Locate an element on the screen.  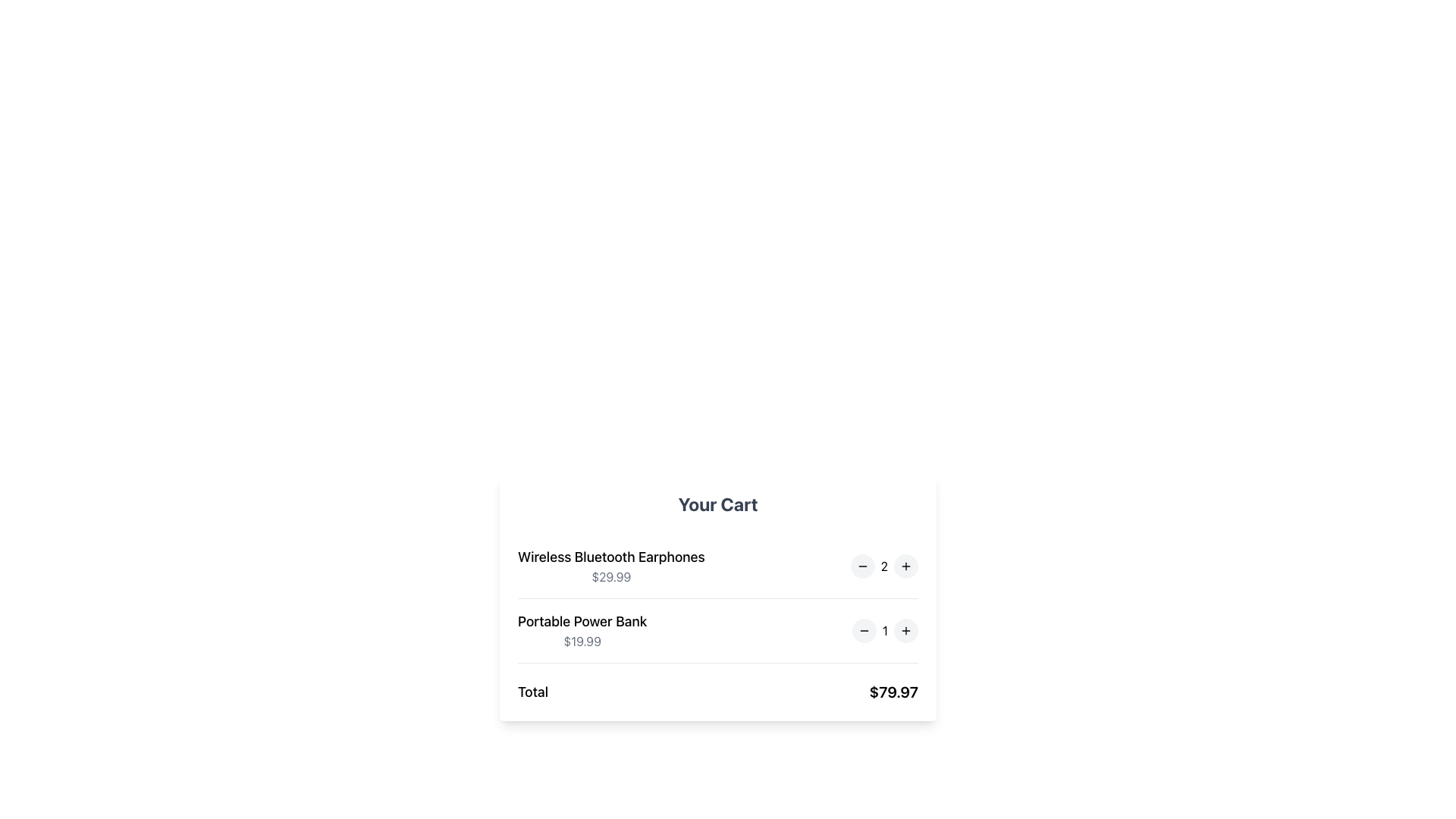
price displayed in the second shopping cart item, which is positioned below the 'Wireless Bluetooth Earphones' entry and above the 'Total' summary row in the 'Your Cart' section is located at coordinates (717, 631).